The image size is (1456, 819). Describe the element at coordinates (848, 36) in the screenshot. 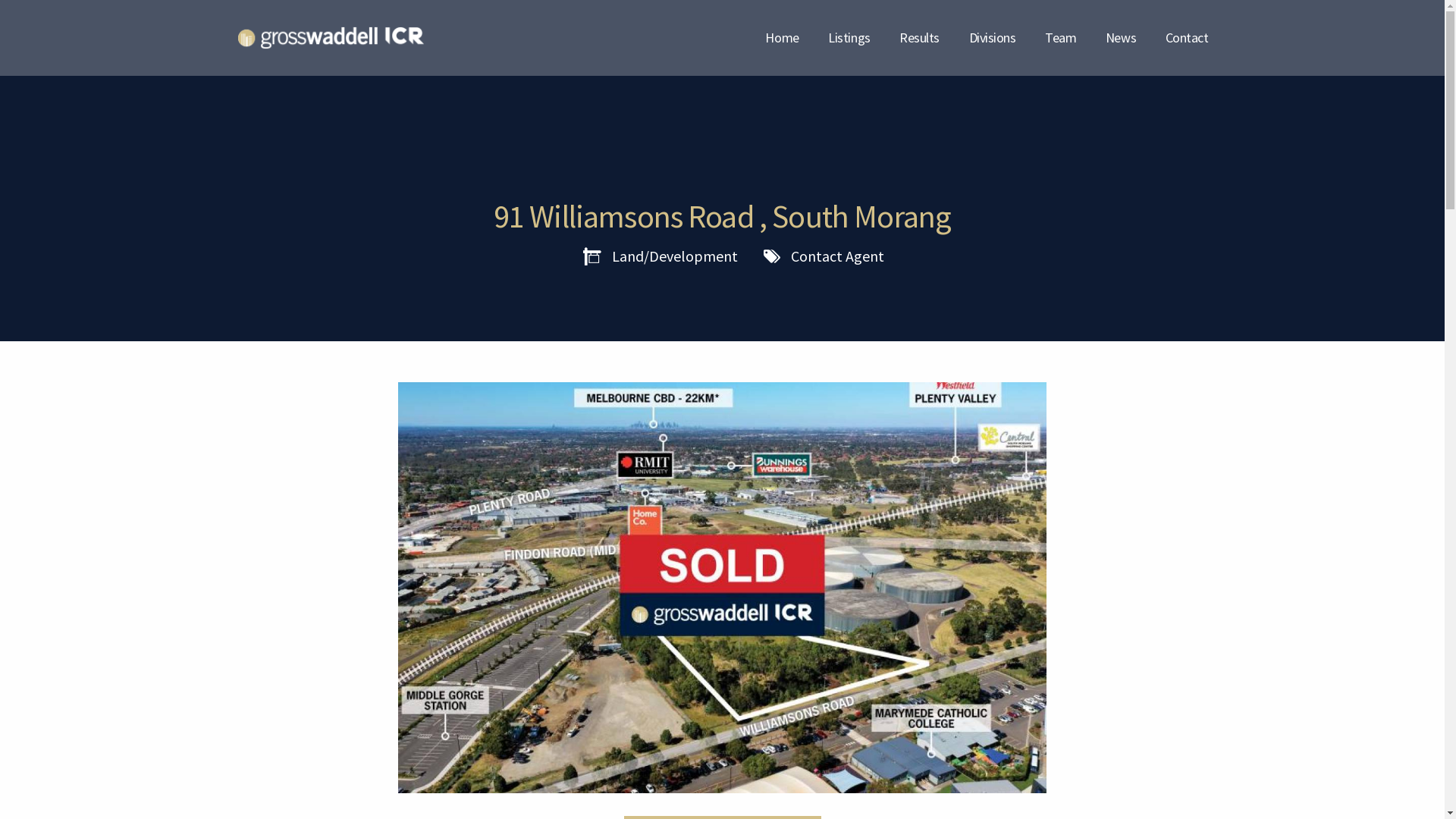

I see `'Listings'` at that location.